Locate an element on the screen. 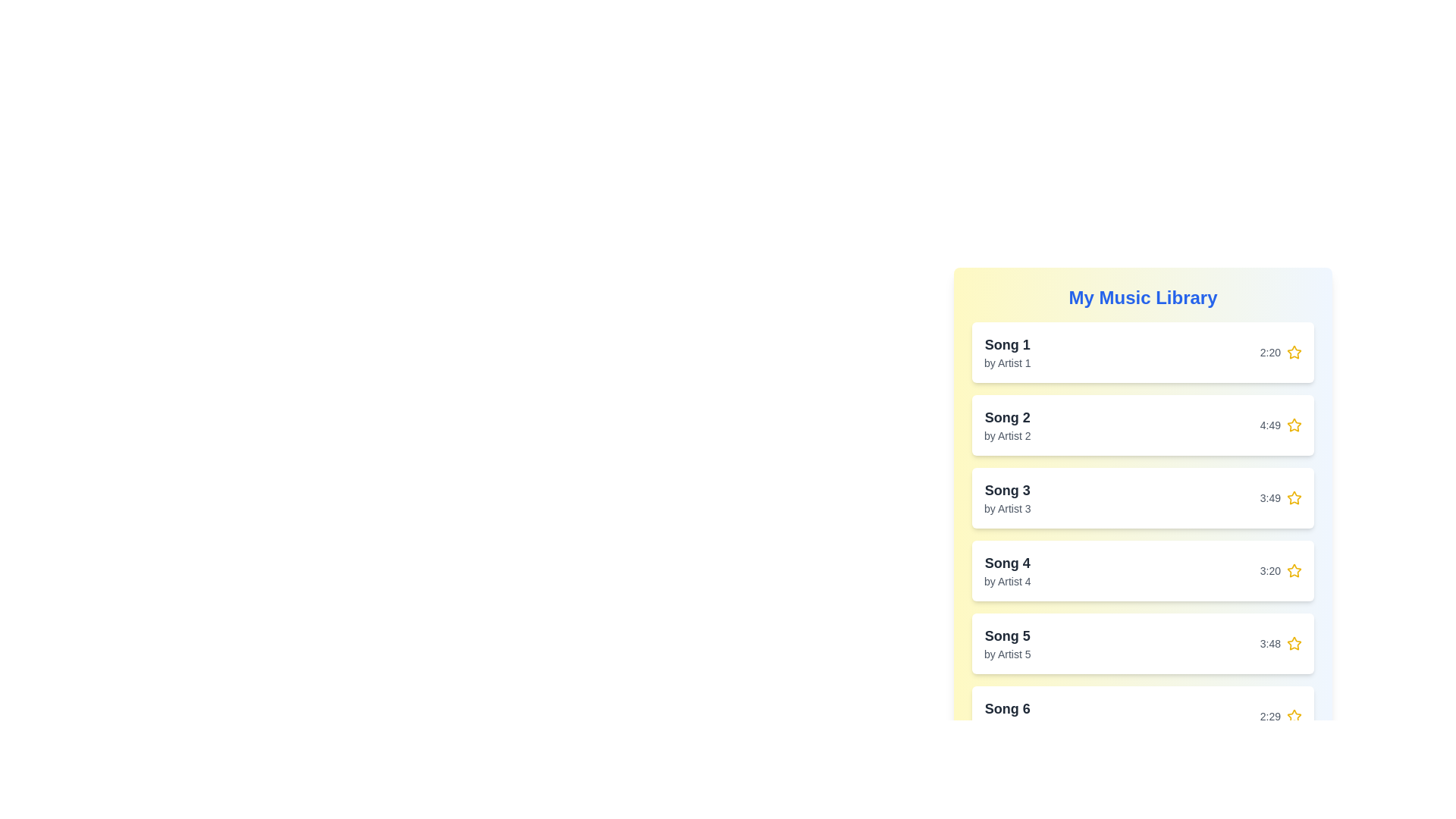  text block displaying 'Song 6 by Artist 6', which is bold for the song title and lighter for the artist name, located in a song entry card at the bottom of the music library column is located at coordinates (1007, 717).